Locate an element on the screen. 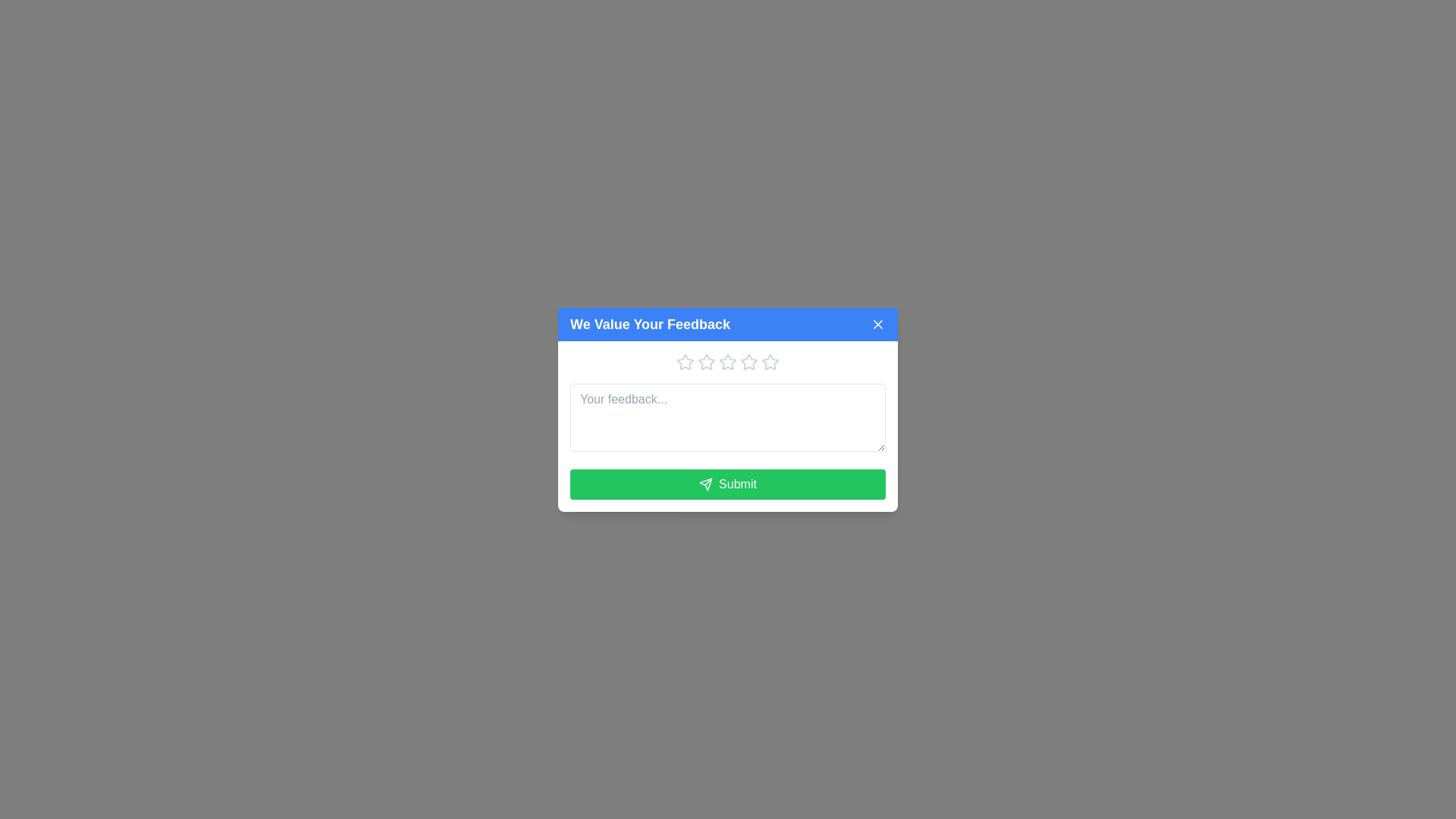  the second star icon in the horizontal sequence of five stars in the feedback modal to trigger a visual or functional response is located at coordinates (705, 362).